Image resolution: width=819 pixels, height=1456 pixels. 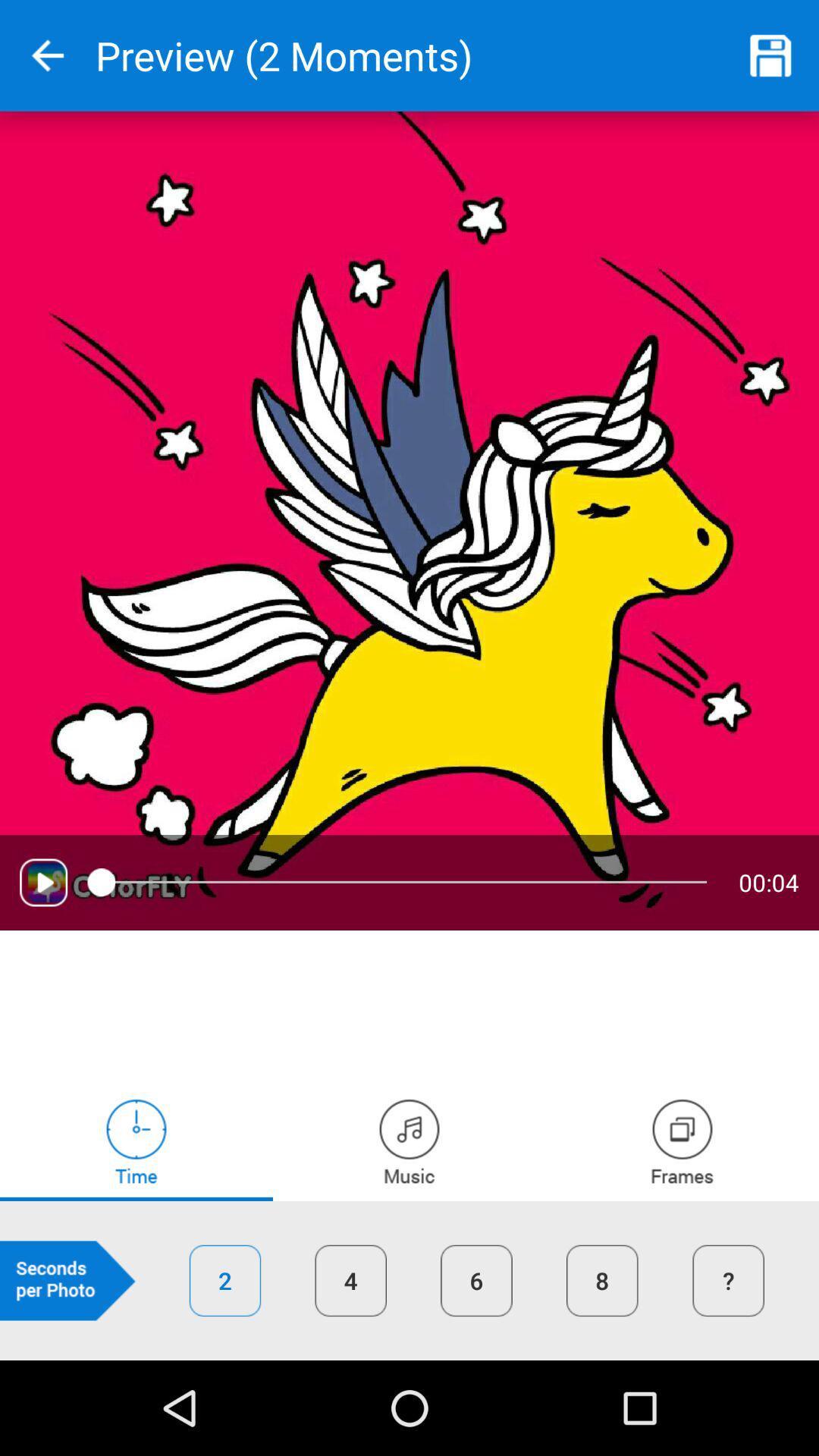 I want to click on the microphone icon, so click(x=136, y=1141).